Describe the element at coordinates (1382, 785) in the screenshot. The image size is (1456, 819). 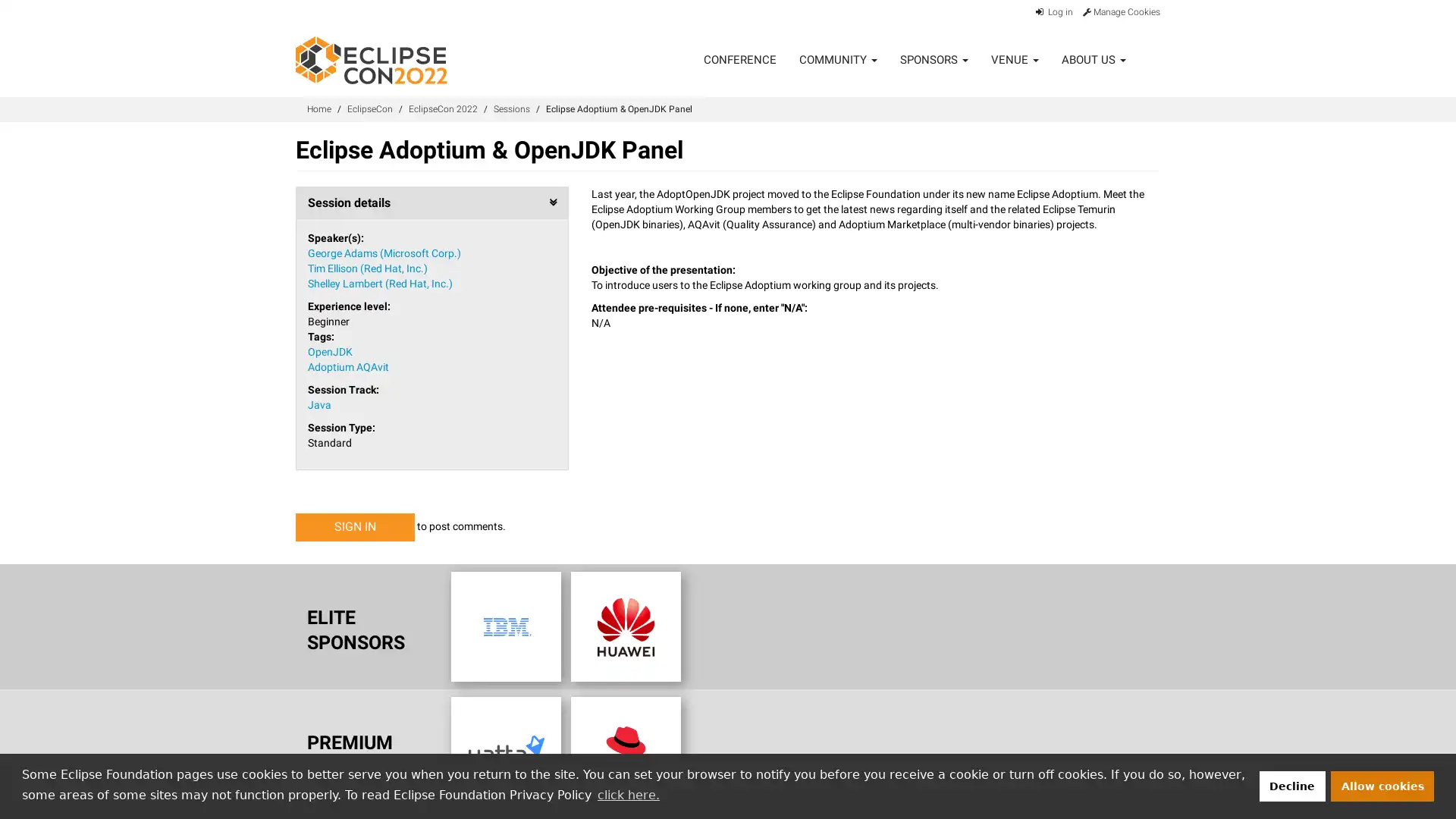
I see `allow cookies` at that location.